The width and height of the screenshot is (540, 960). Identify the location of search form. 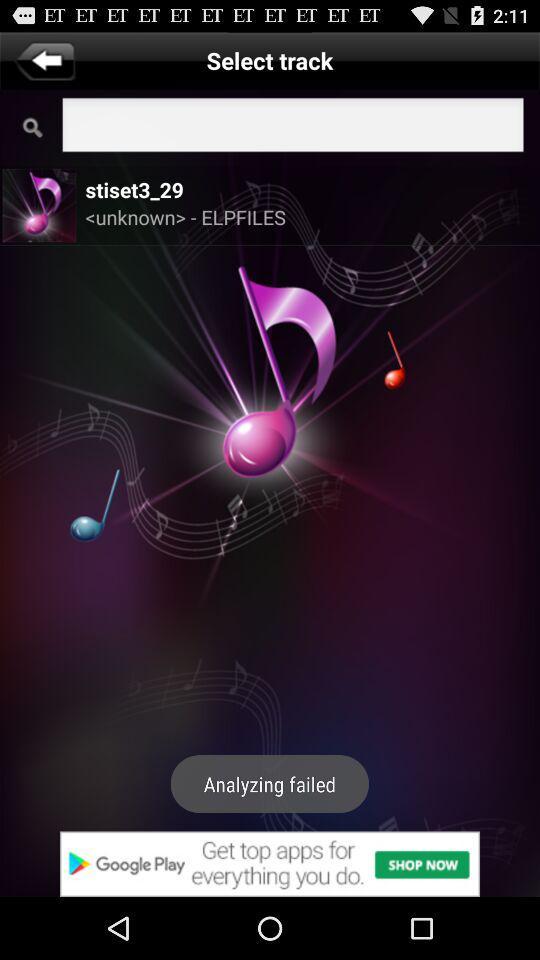
(292, 126).